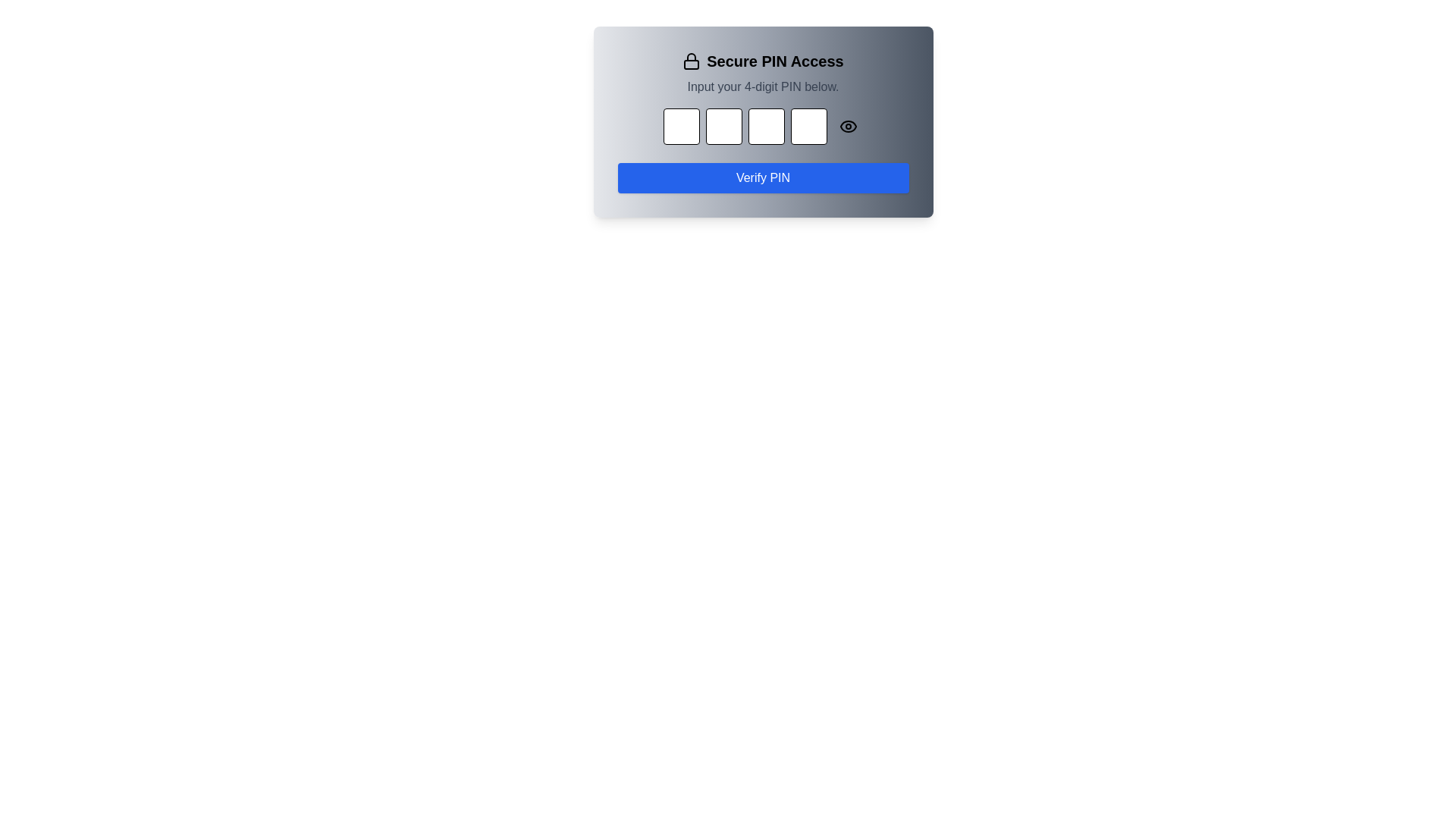  Describe the element at coordinates (691, 64) in the screenshot. I see `the small rectangular shape with rounded corners that forms the bottom part of the lock icon next to 'Secure PIN Access'` at that location.